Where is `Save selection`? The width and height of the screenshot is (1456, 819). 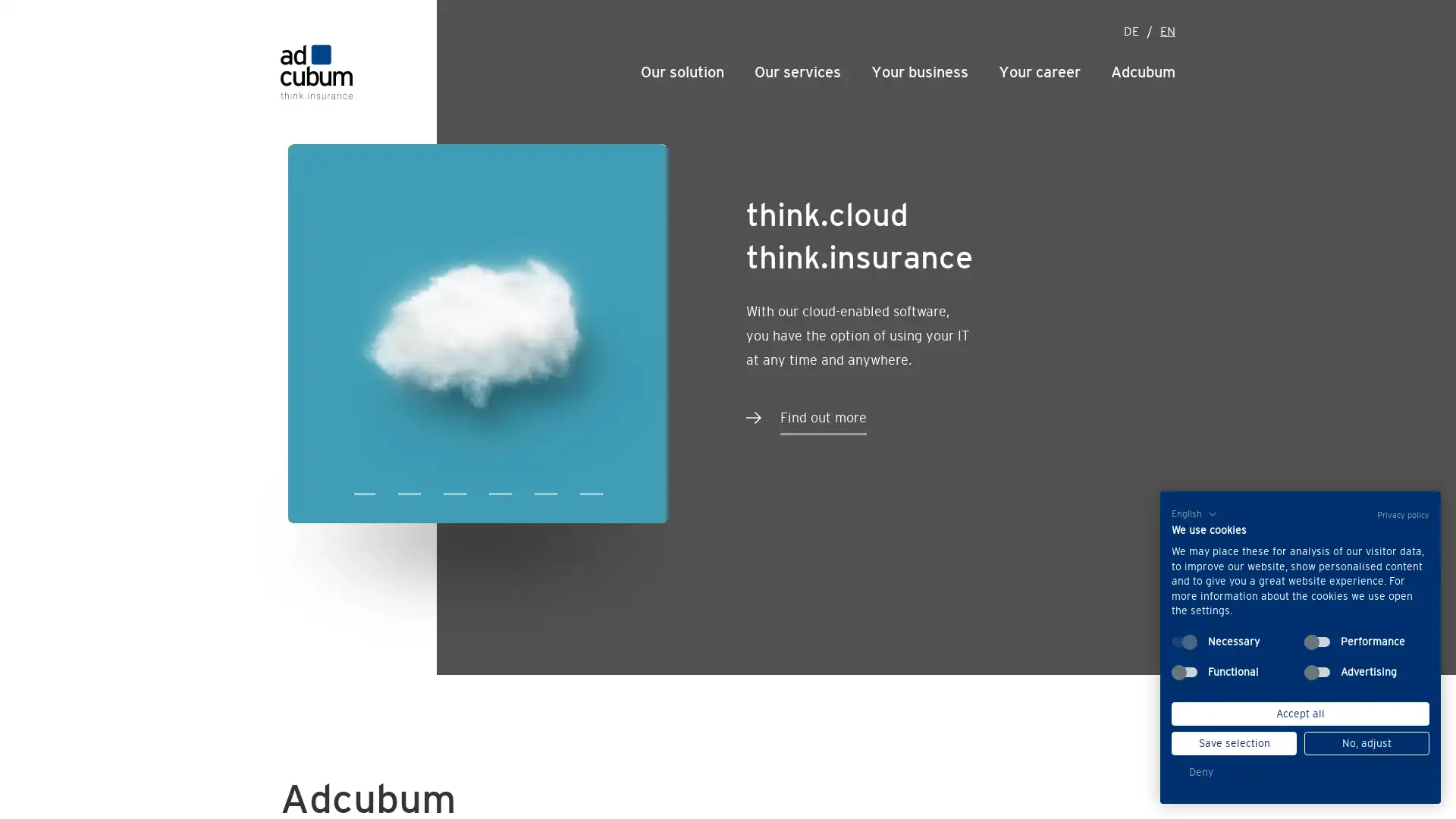 Save selection is located at coordinates (1234, 742).